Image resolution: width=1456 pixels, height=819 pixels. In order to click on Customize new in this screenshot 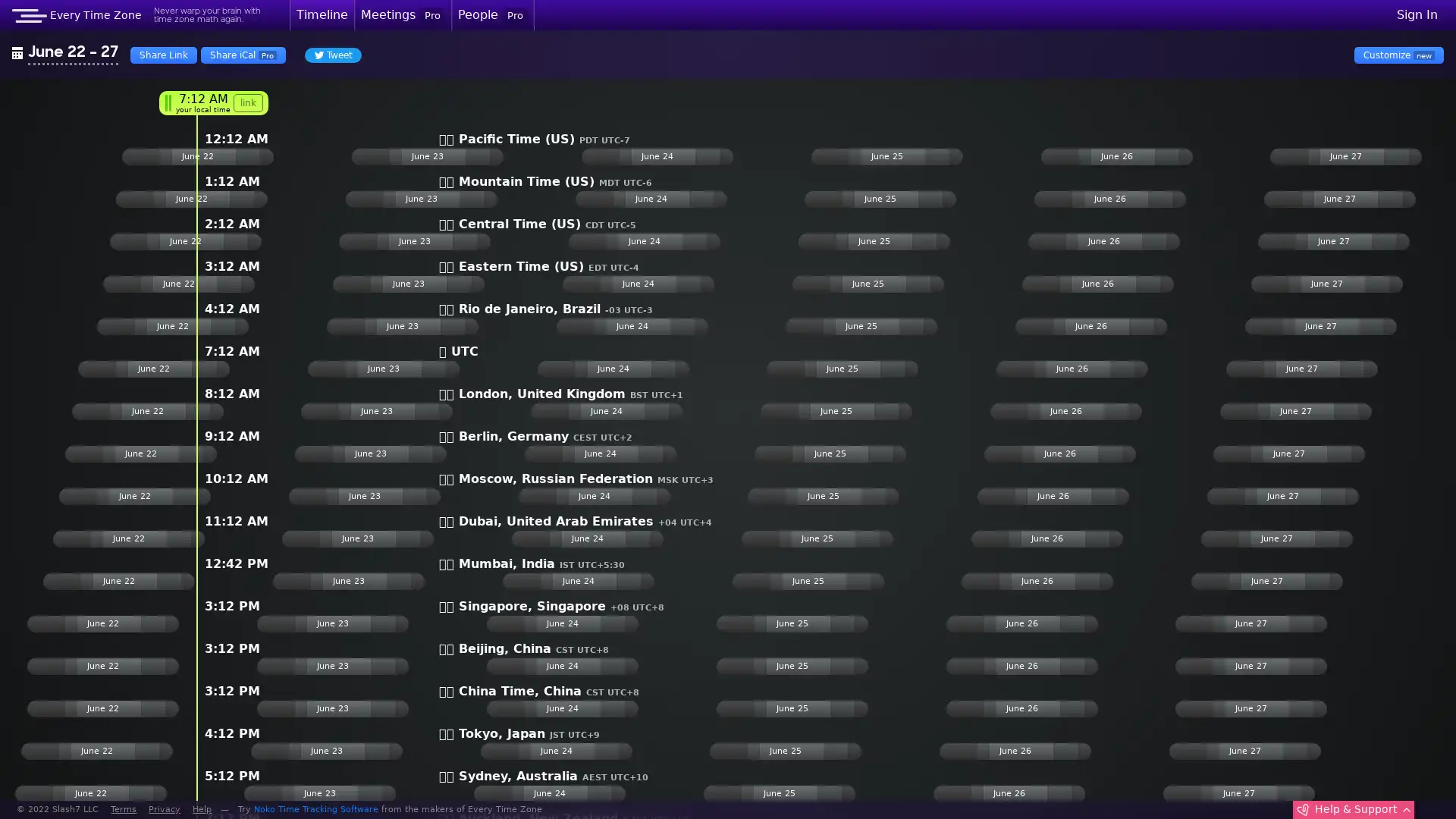, I will do `click(1398, 54)`.